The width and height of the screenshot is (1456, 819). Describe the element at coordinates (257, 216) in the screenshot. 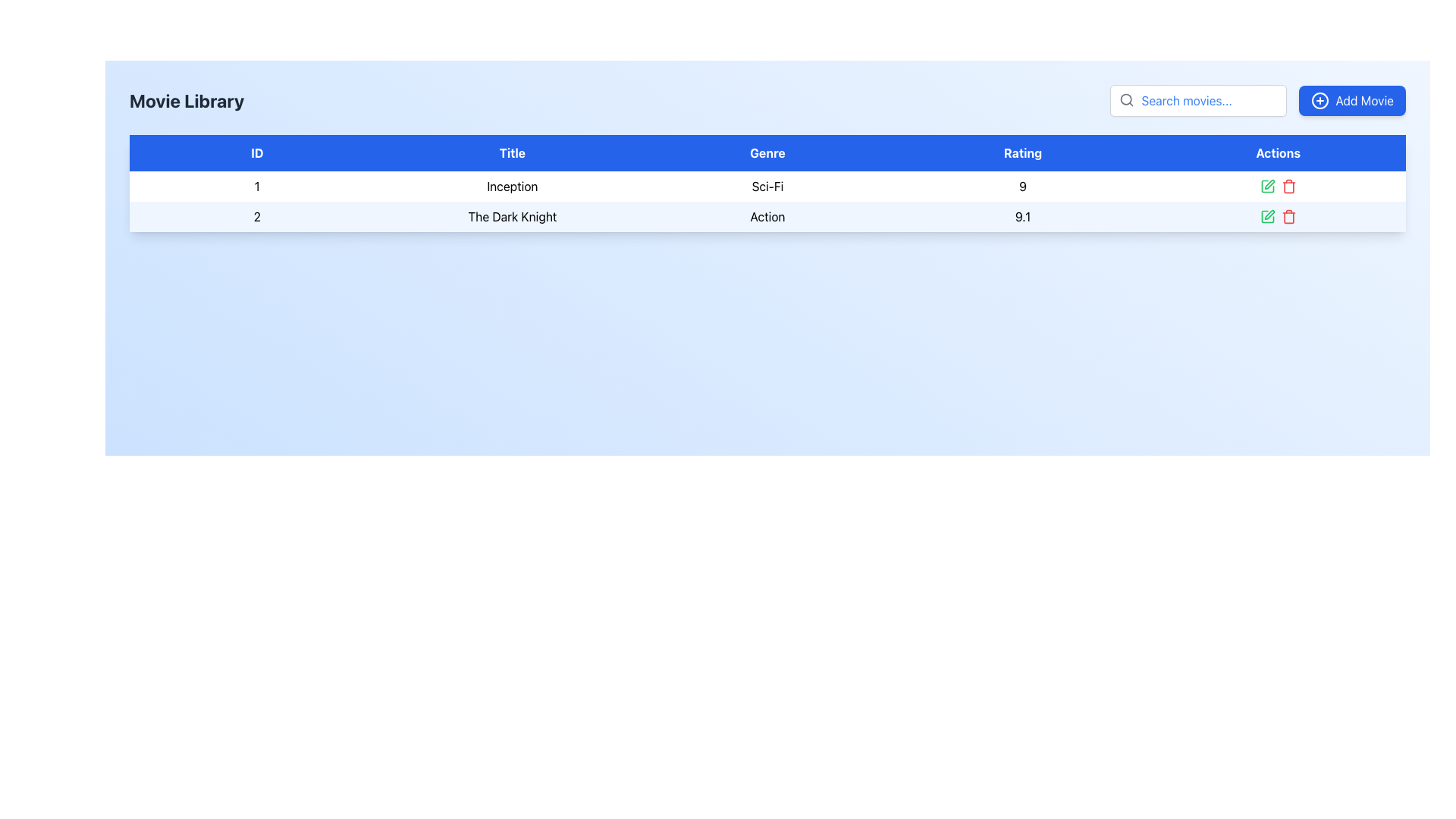

I see `the table cell that identifies the row for the movie 'The Dark Knight', which is located in the second row under the ID column` at that location.